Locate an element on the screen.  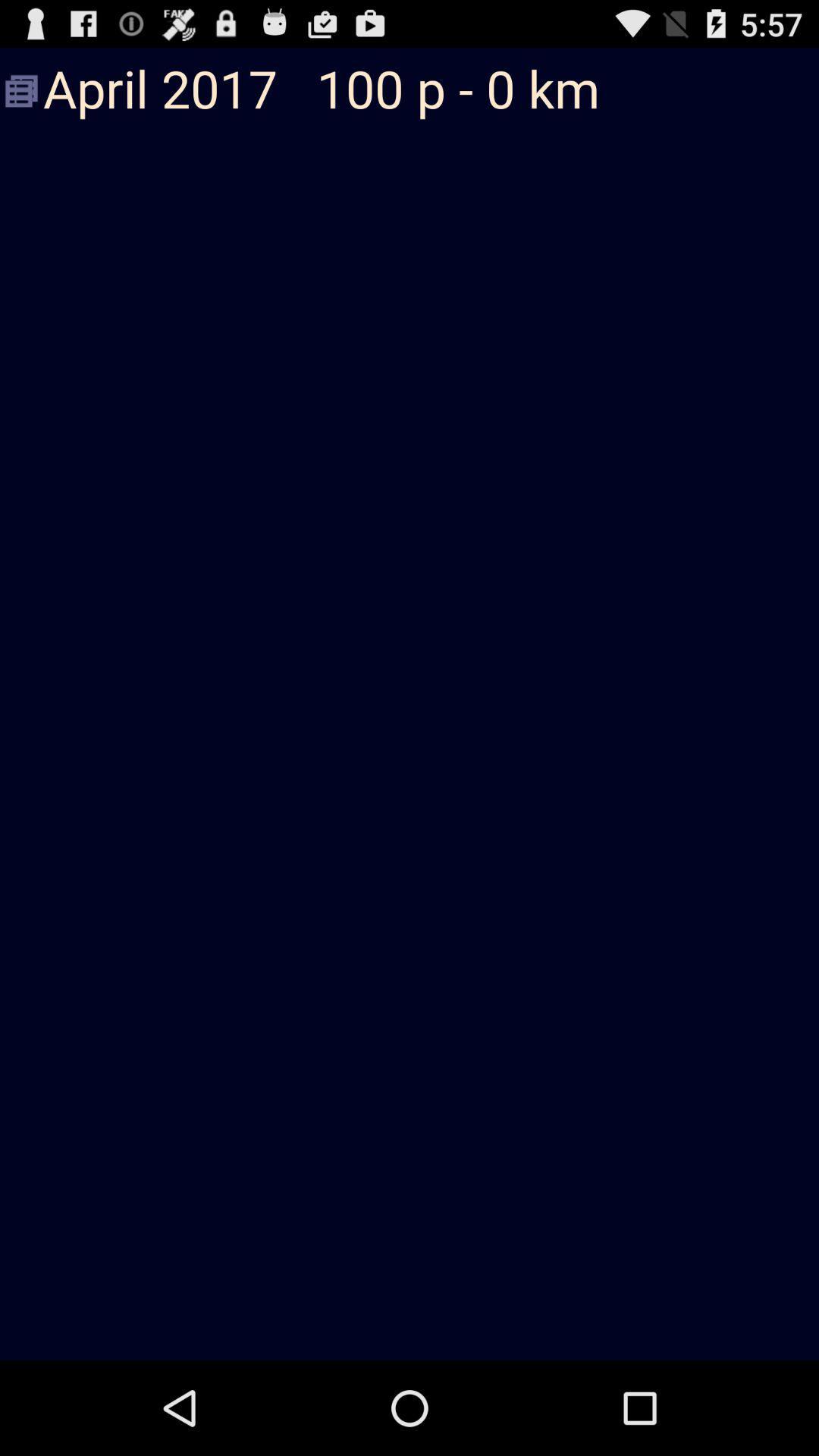
april 2017 100 at the top is located at coordinates (409, 90).